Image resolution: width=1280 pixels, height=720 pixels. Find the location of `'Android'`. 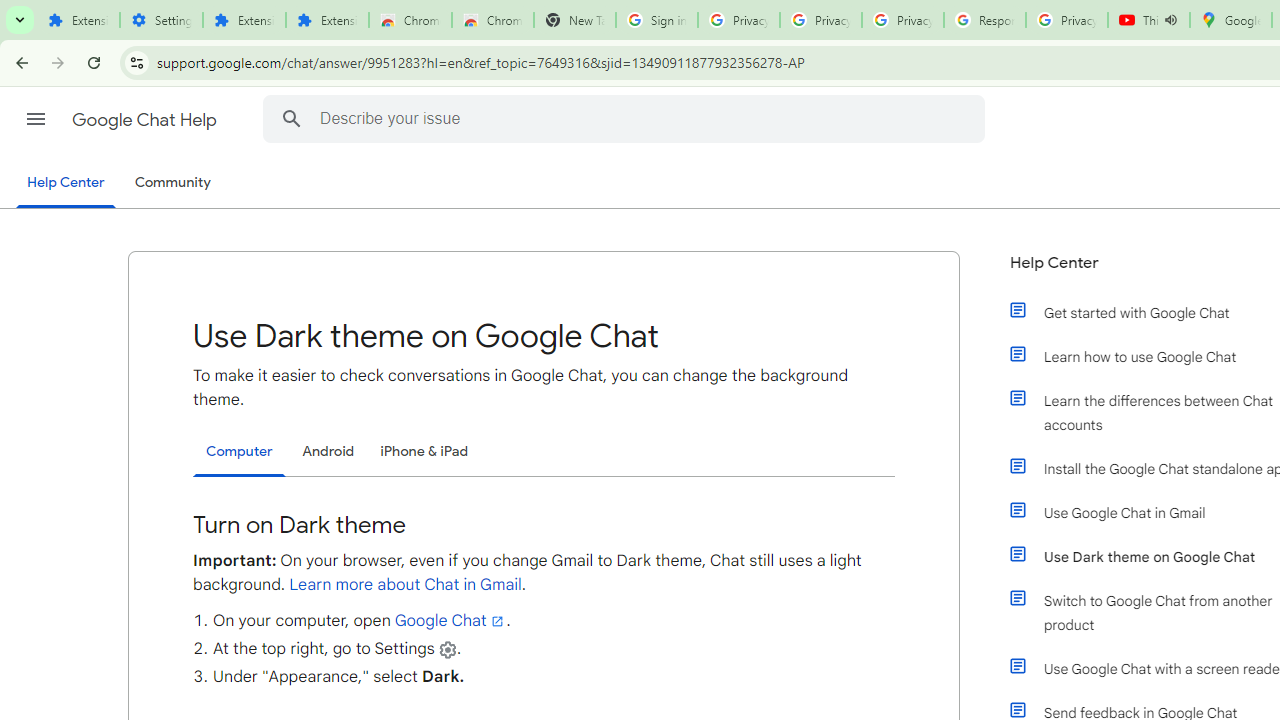

'Android' is located at coordinates (328, 451).